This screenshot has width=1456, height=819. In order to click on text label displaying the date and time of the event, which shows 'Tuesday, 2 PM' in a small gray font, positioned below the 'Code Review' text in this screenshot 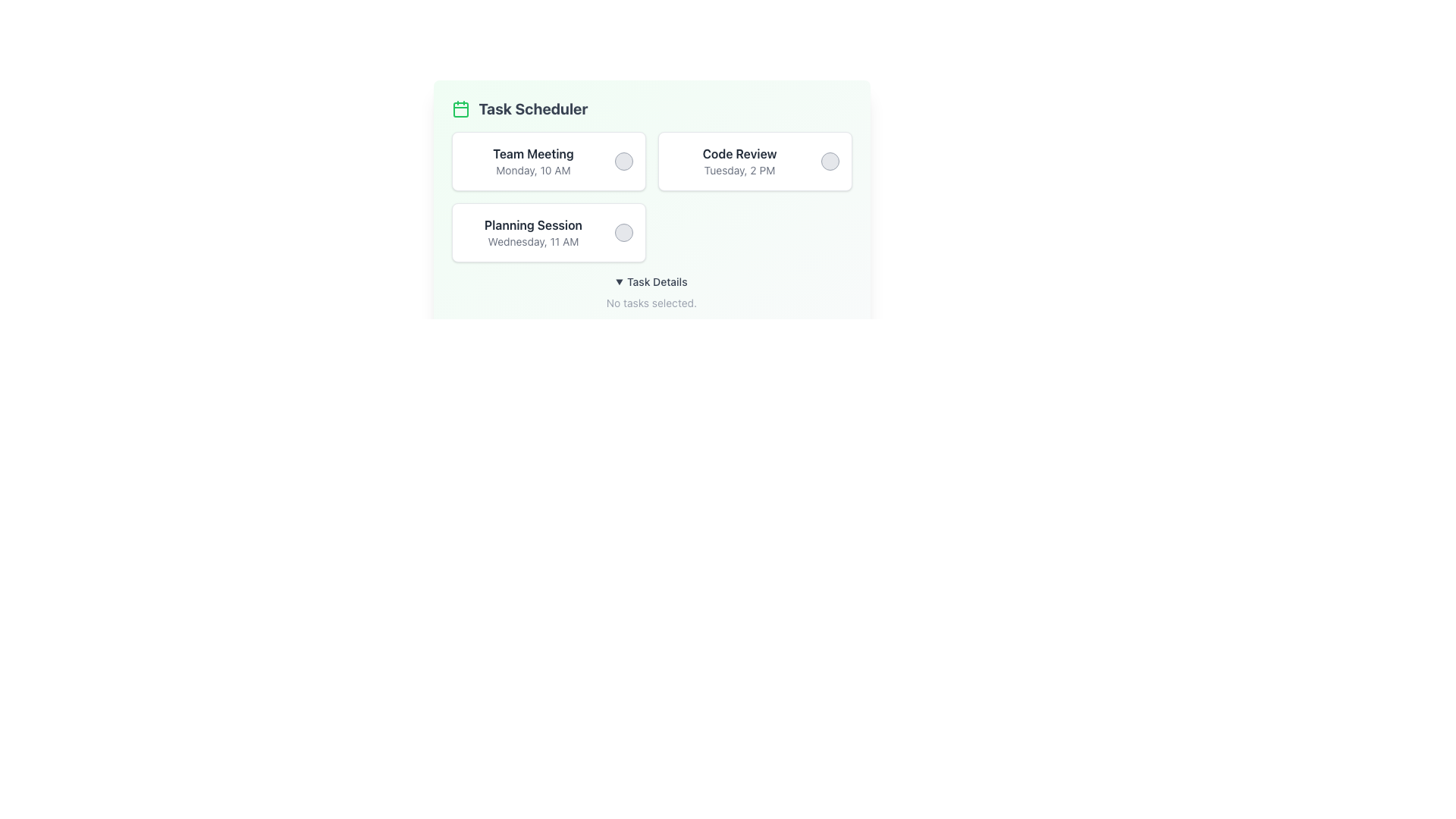, I will do `click(739, 170)`.